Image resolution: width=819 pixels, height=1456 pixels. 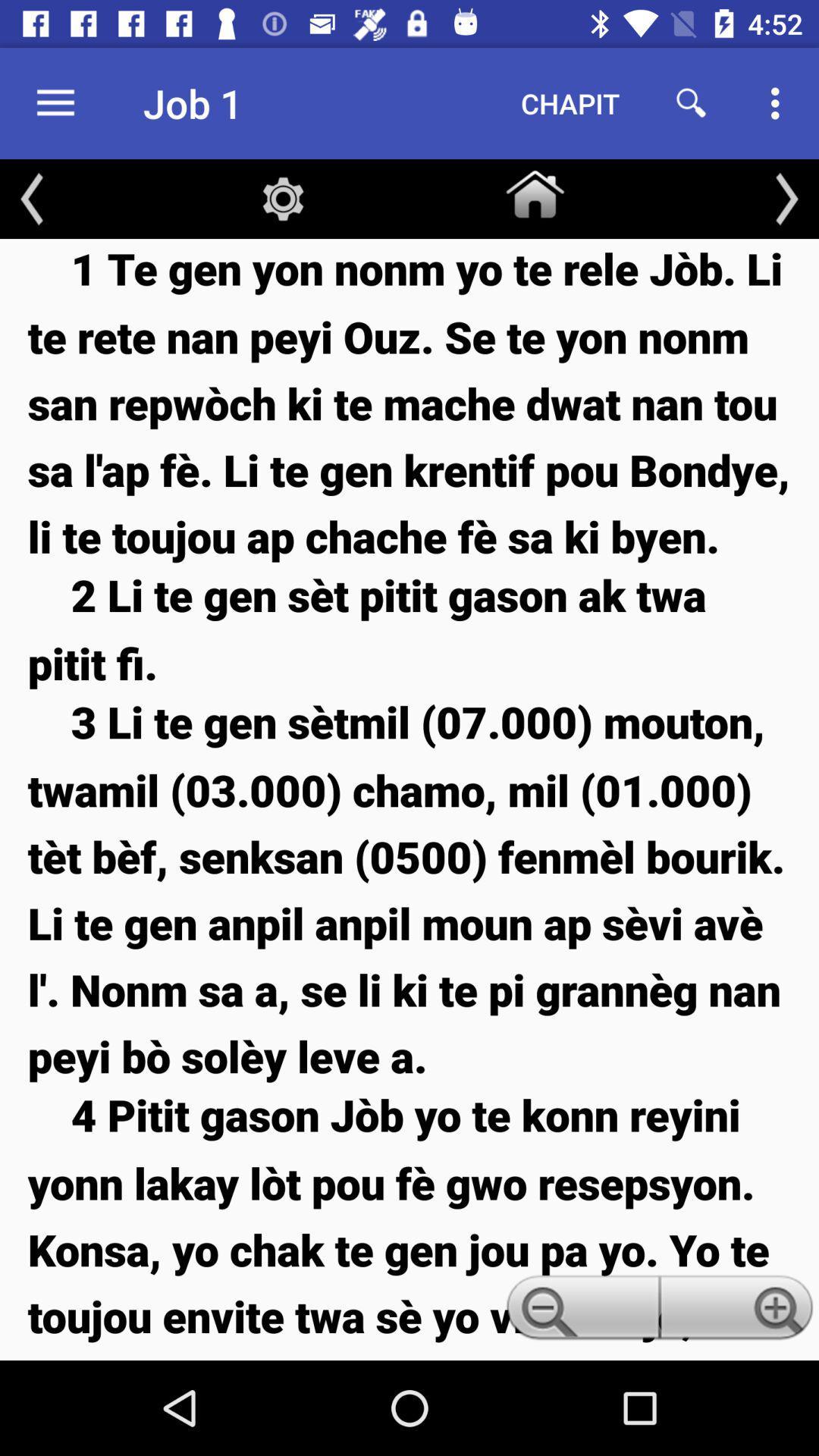 I want to click on item to the left of job 1 item, so click(x=55, y=102).